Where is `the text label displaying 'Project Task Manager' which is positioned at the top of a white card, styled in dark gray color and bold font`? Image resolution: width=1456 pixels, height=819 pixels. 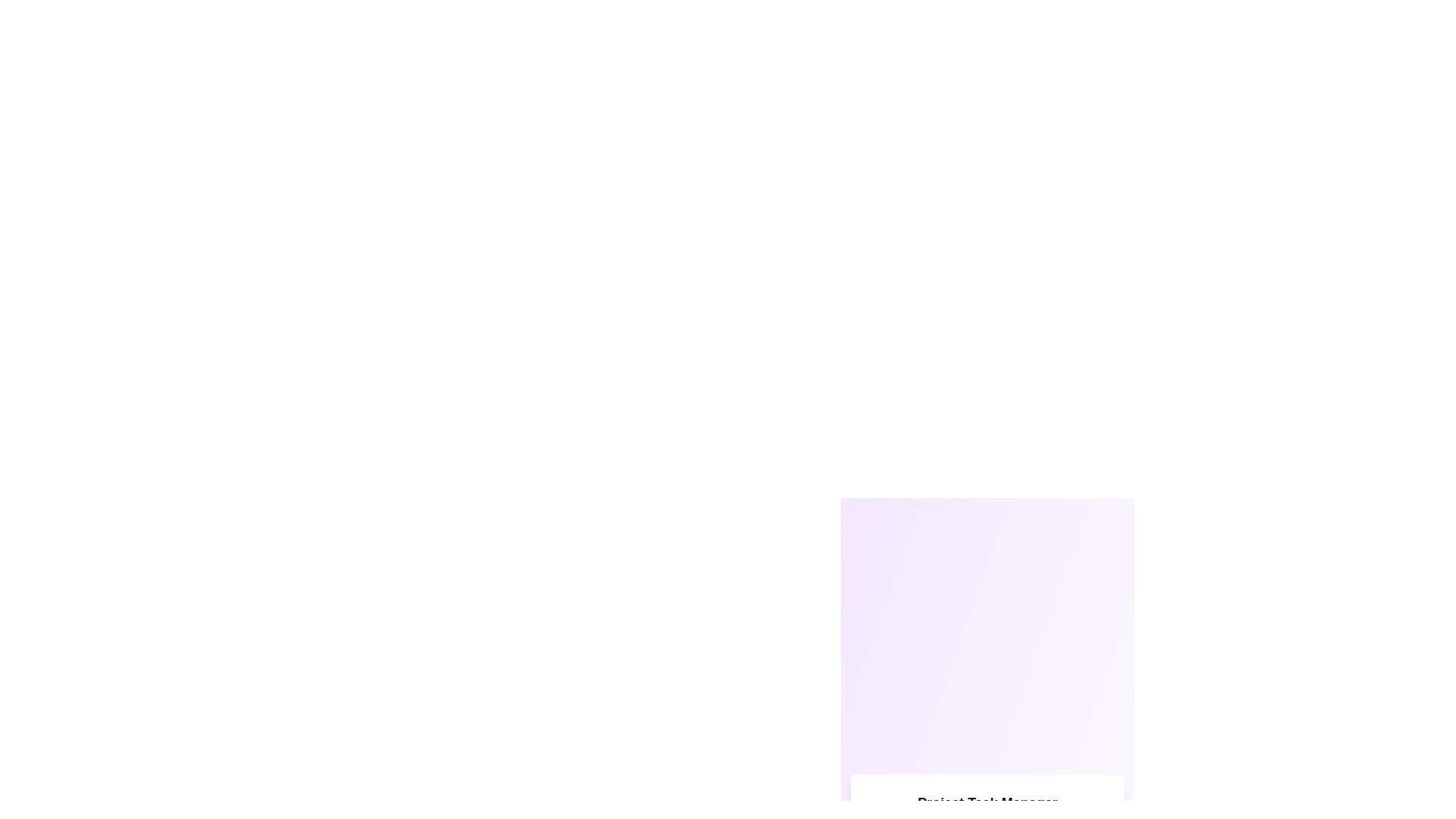
the text label displaying 'Project Task Manager' which is positioned at the top of a white card, styled in dark gray color and bold font is located at coordinates (987, 802).